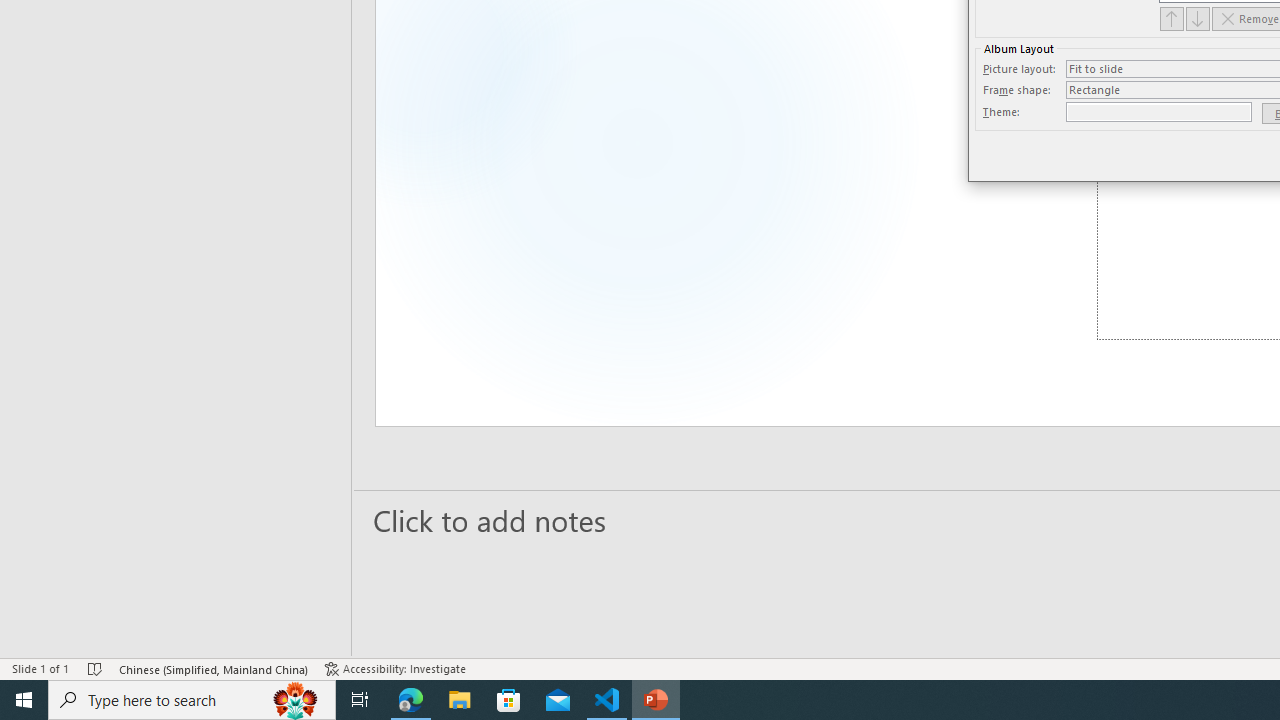 Image resolution: width=1280 pixels, height=720 pixels. What do you see at coordinates (359, 698) in the screenshot?
I see `'Task View'` at bounding box center [359, 698].